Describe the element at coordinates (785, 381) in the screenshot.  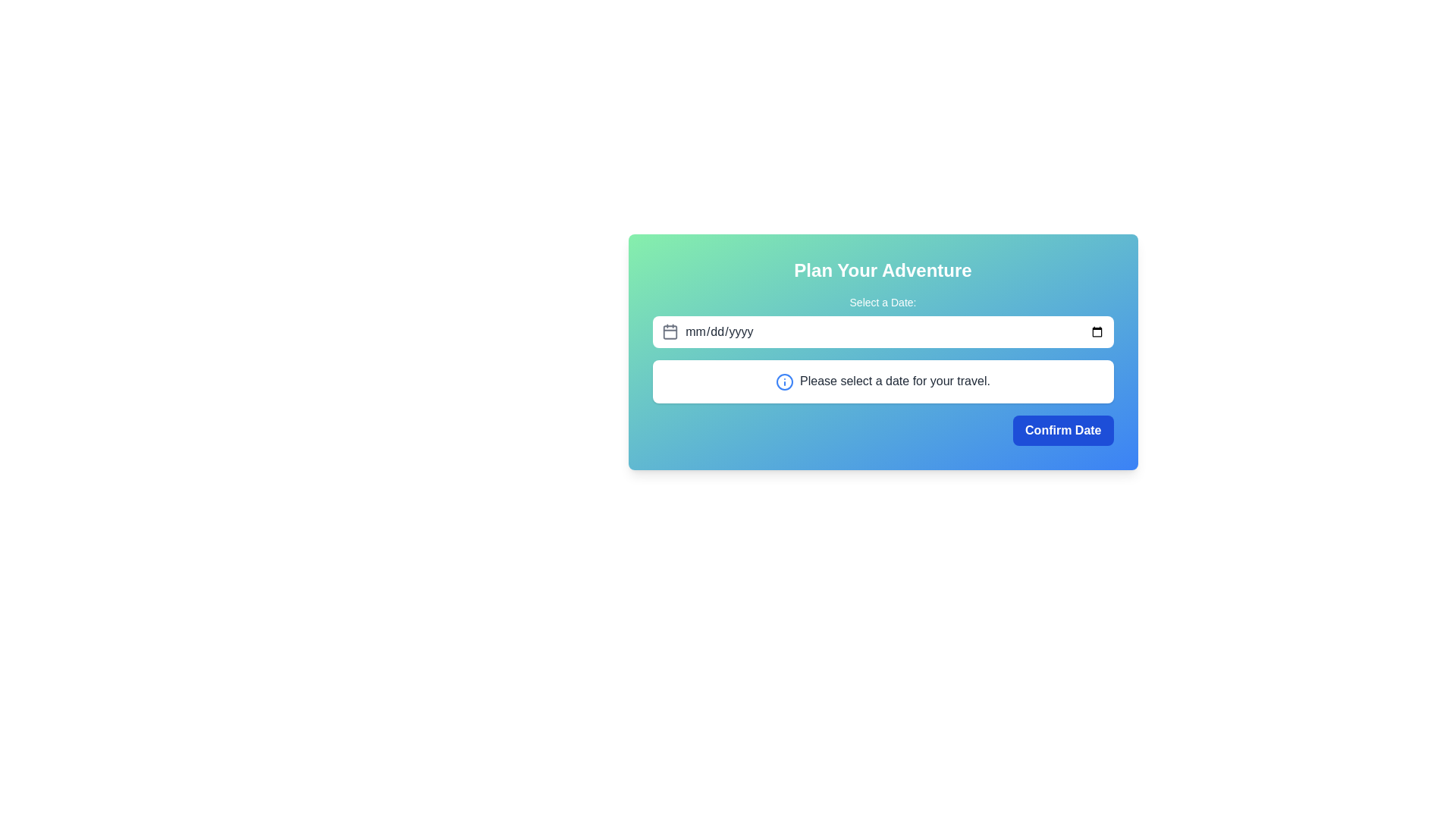
I see `the informational icon located to the left of the text 'Please select a date for your travel.' for more details` at that location.